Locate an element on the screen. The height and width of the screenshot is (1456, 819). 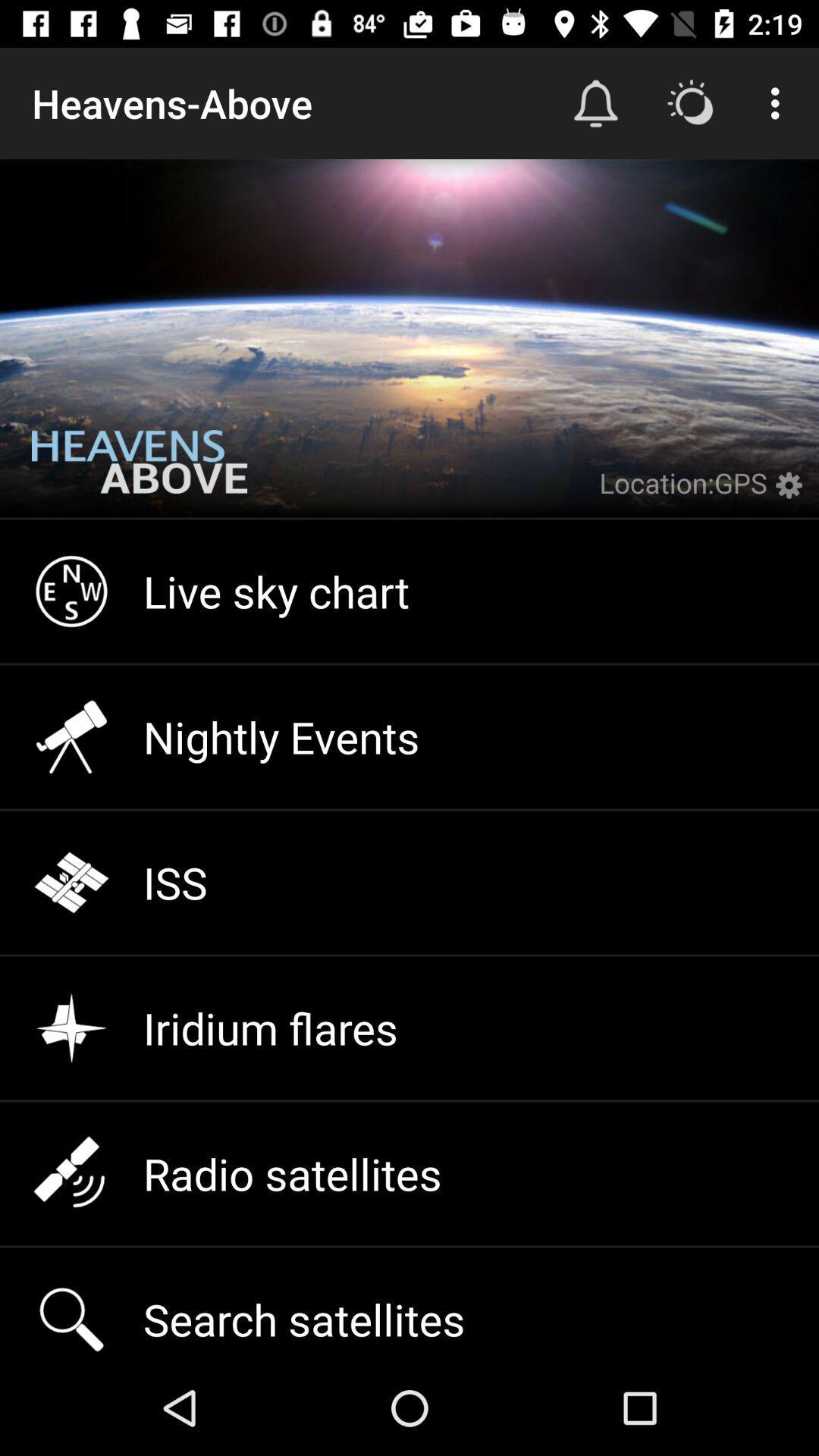
item above the iss is located at coordinates (409, 736).